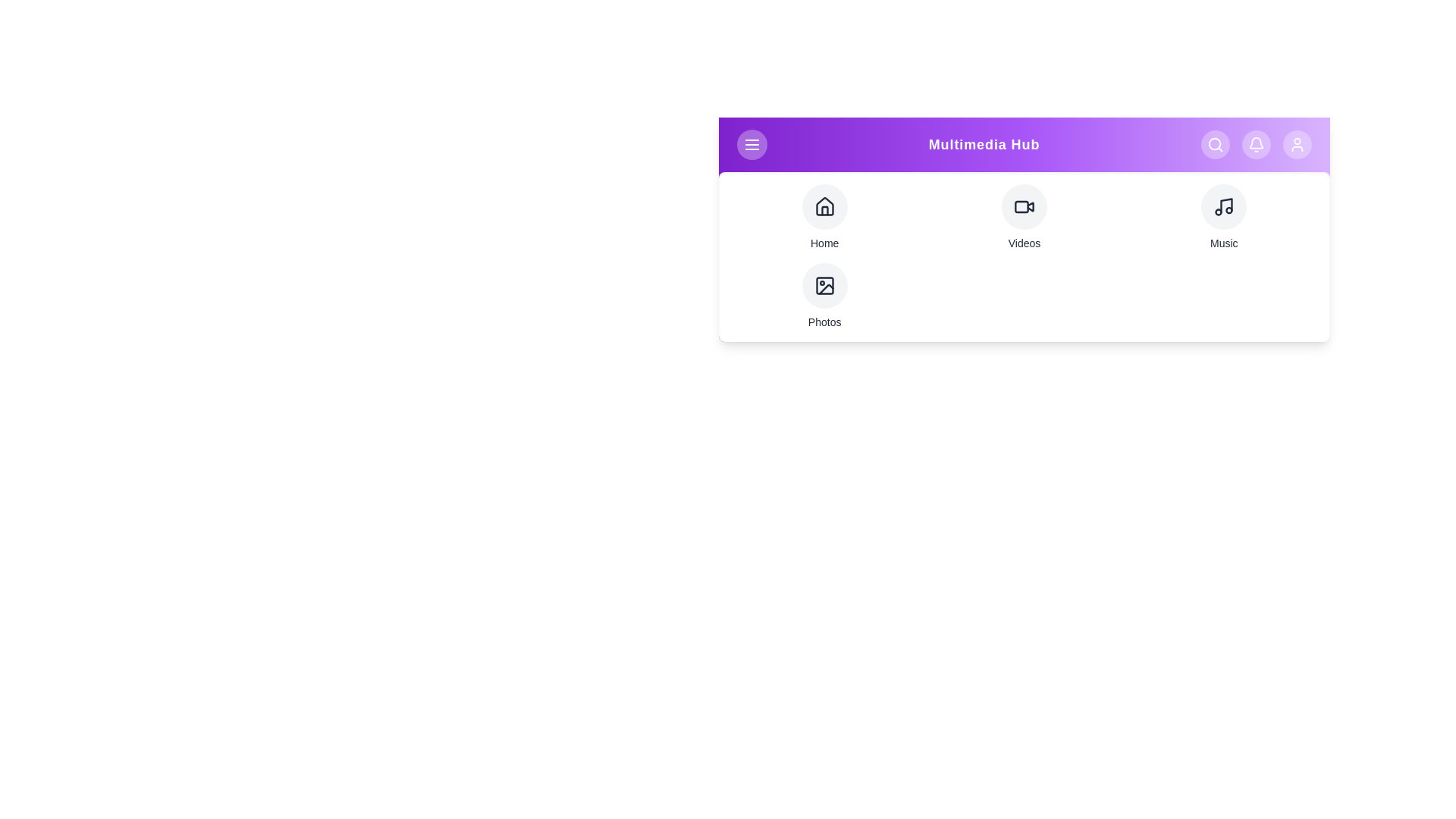  Describe the element at coordinates (1296, 145) in the screenshot. I see `the User Profile button` at that location.